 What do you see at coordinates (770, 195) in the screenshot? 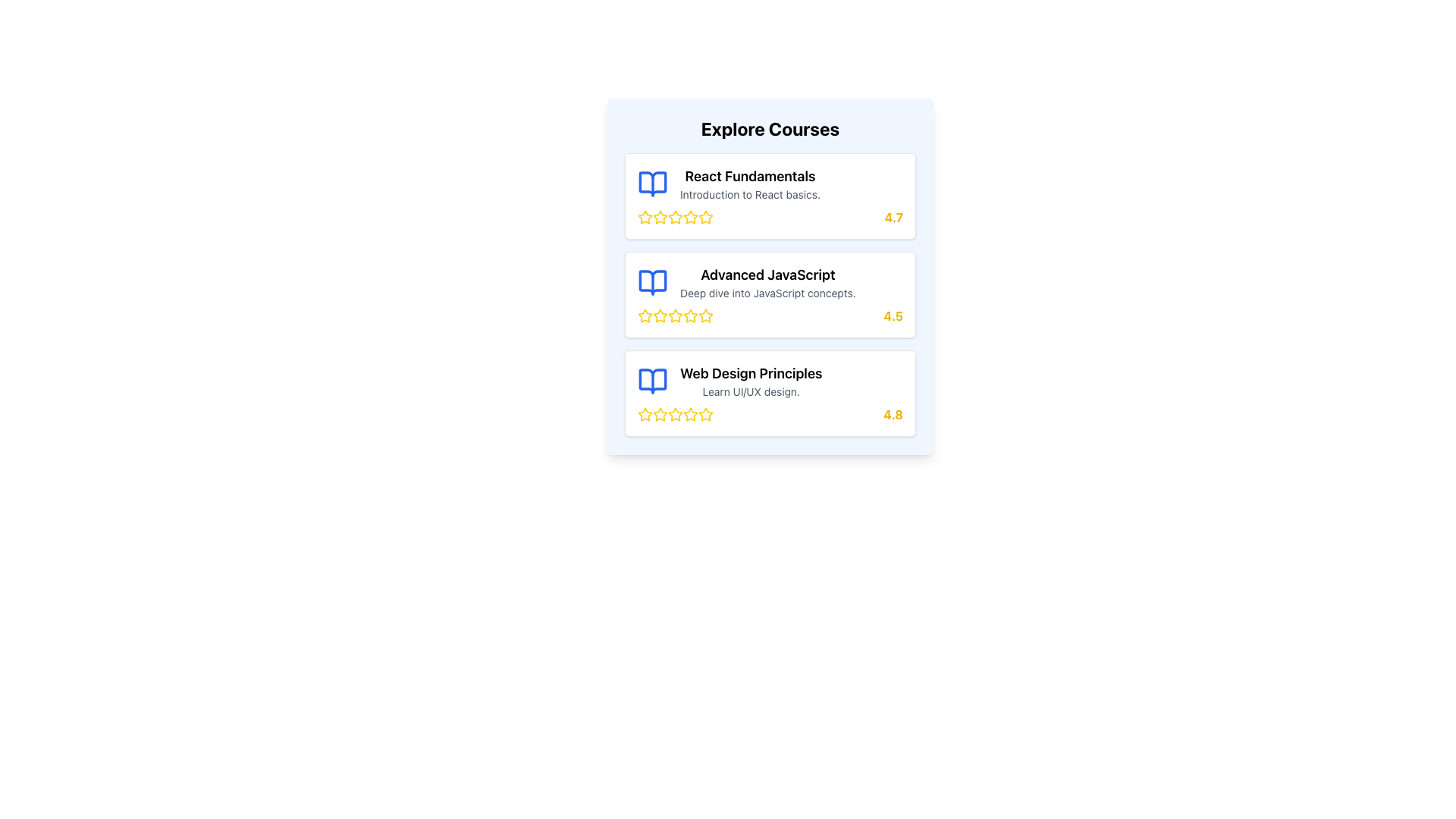
I see `the topmost course entry in the 'Explore Courses' list, which includes the title, brief description, and rating of the course` at bounding box center [770, 195].